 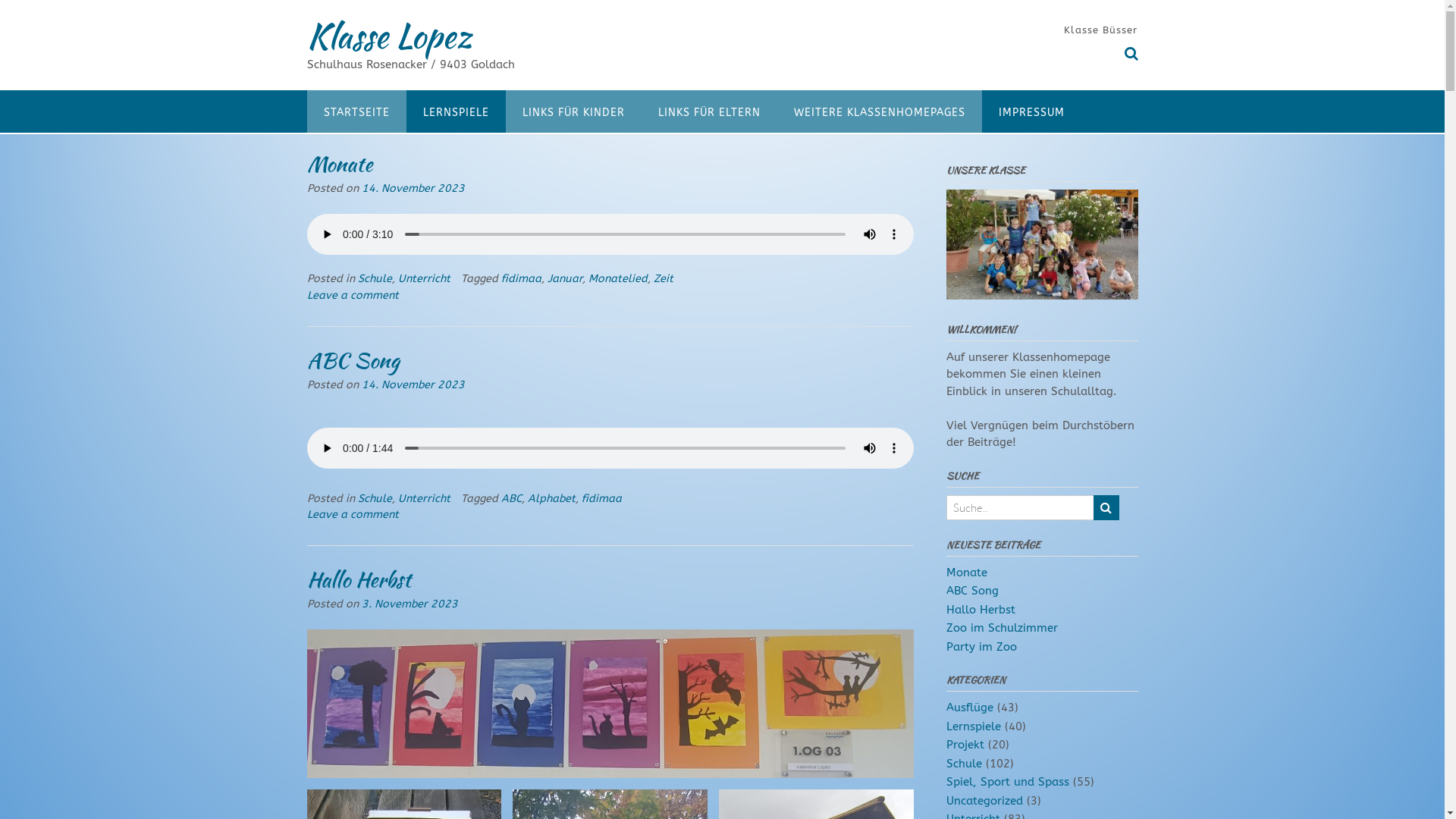 What do you see at coordinates (409, 603) in the screenshot?
I see `'3. November 2023'` at bounding box center [409, 603].